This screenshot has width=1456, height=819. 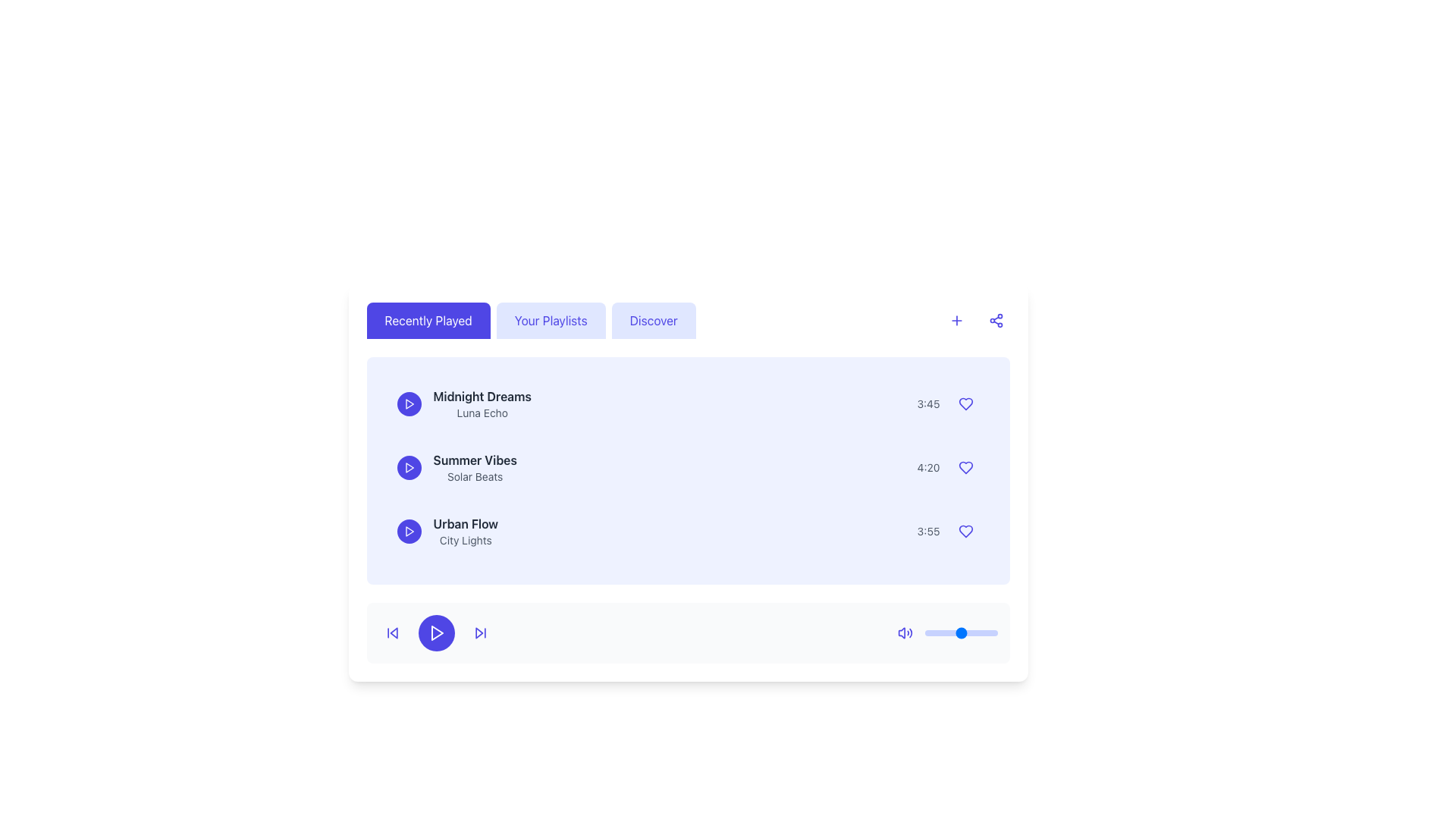 What do you see at coordinates (654, 320) in the screenshot?
I see `the 'Discover' button, which is a rectangular button with rounded corners, light indigo background, and indigo text, located at the rightmost position in the navigation bar` at bounding box center [654, 320].